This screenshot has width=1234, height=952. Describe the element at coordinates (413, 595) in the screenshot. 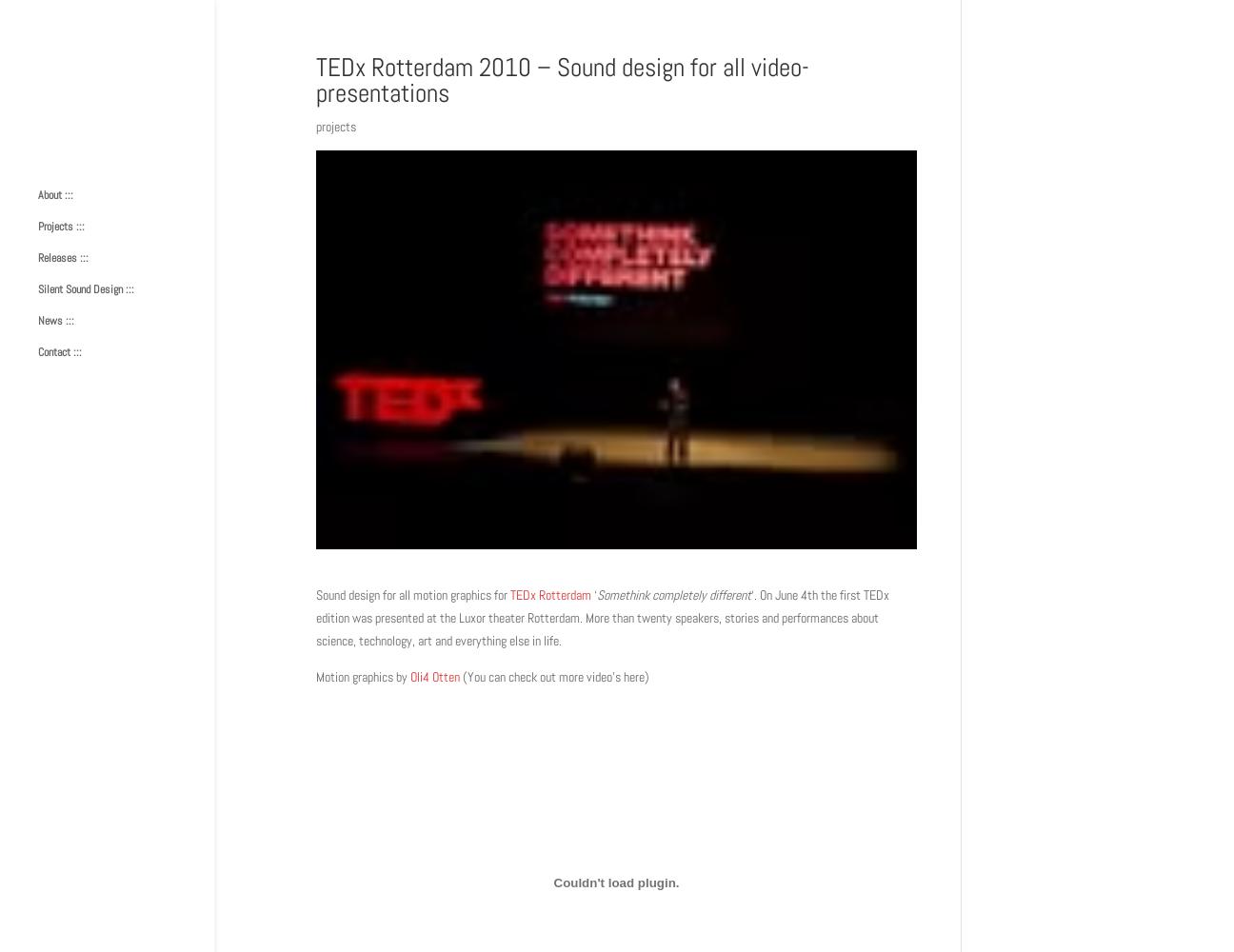

I see `'Sound design for all motion graphics for'` at that location.